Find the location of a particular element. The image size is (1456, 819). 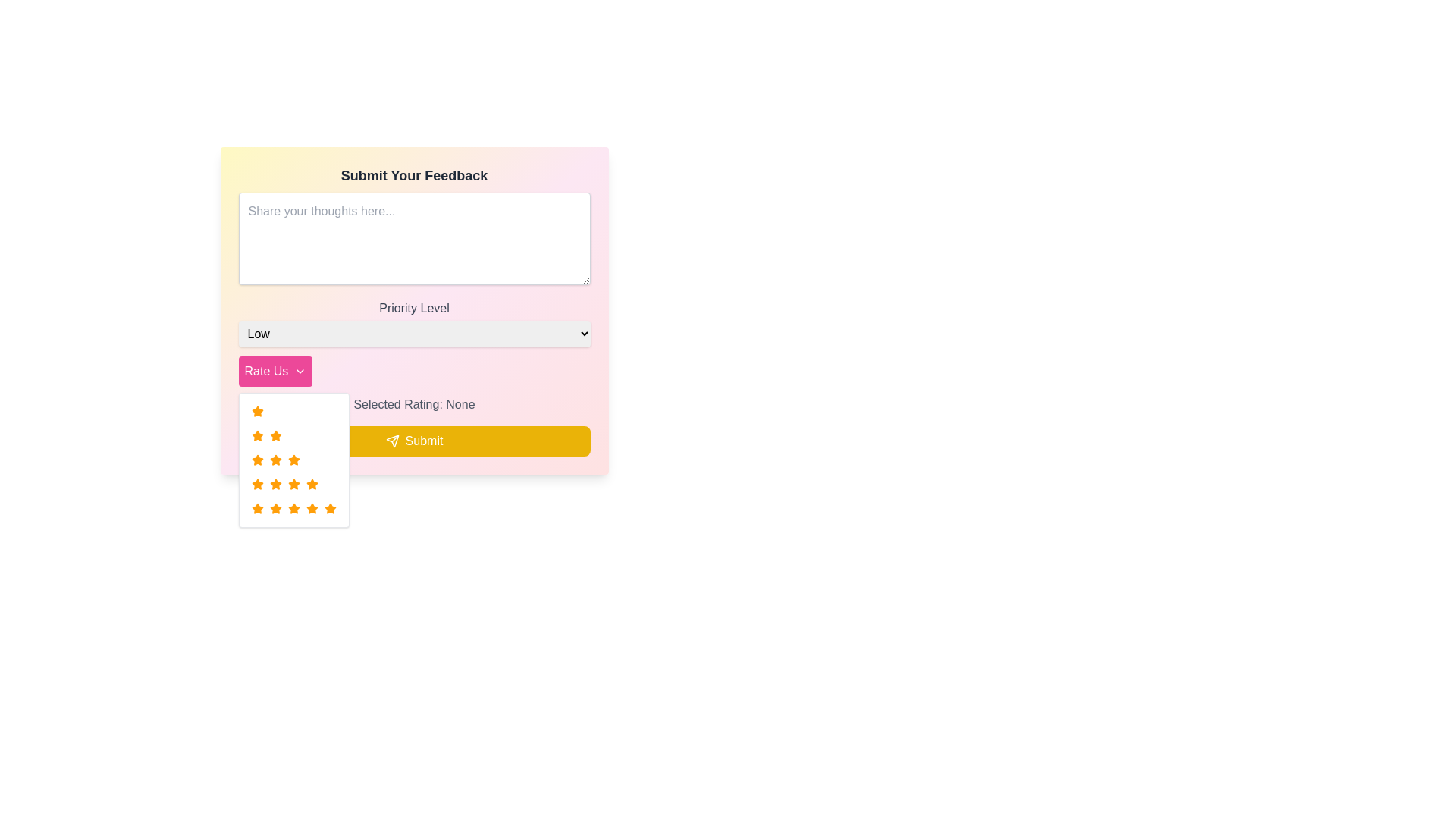

the triangular yellow send icon located near the lower-right corner of the feedback submission form, adjacent to the 'Submit' button is located at coordinates (392, 441).